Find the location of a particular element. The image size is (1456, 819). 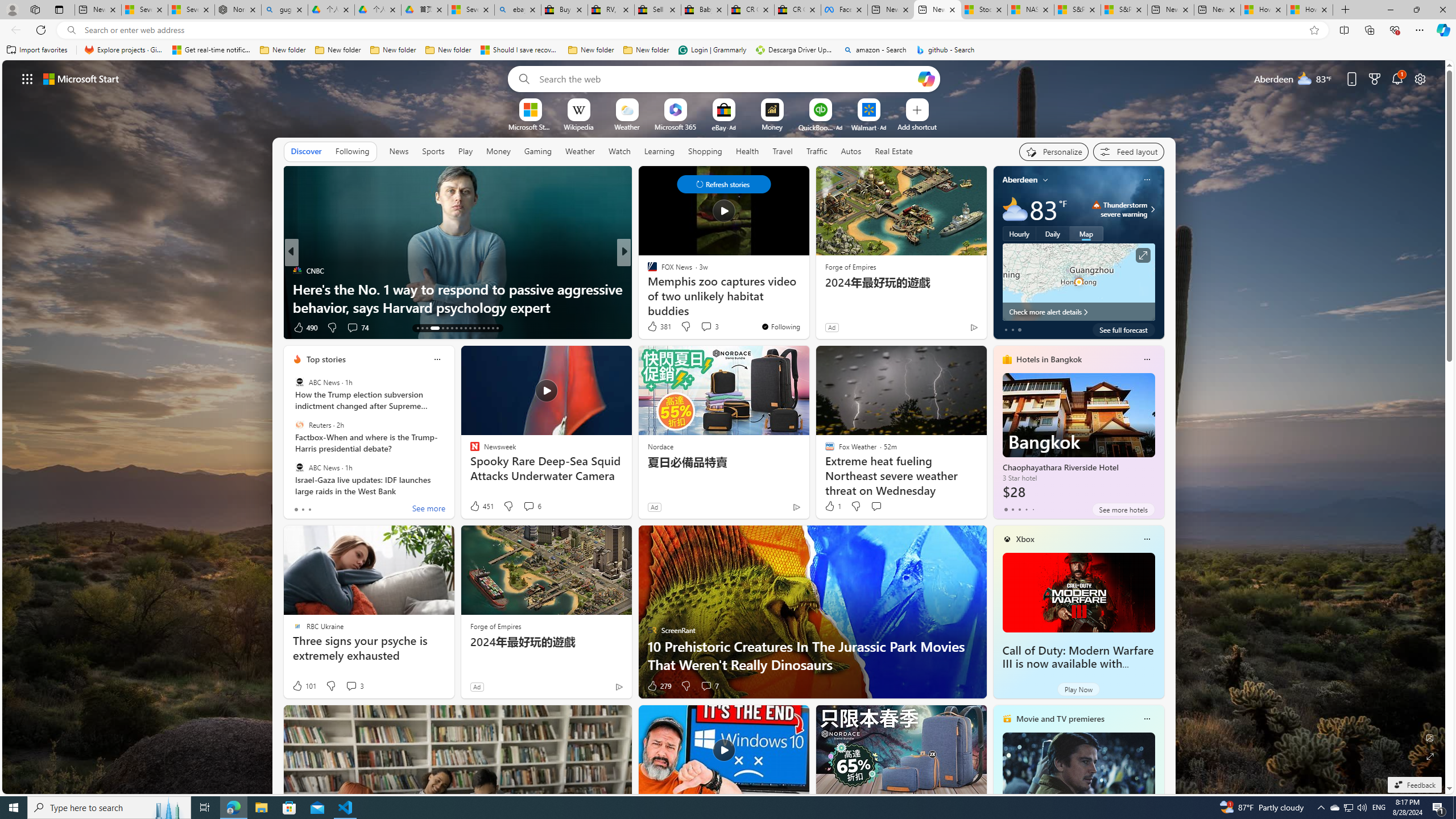

'Personalize your feed"' is located at coordinates (1053, 152).